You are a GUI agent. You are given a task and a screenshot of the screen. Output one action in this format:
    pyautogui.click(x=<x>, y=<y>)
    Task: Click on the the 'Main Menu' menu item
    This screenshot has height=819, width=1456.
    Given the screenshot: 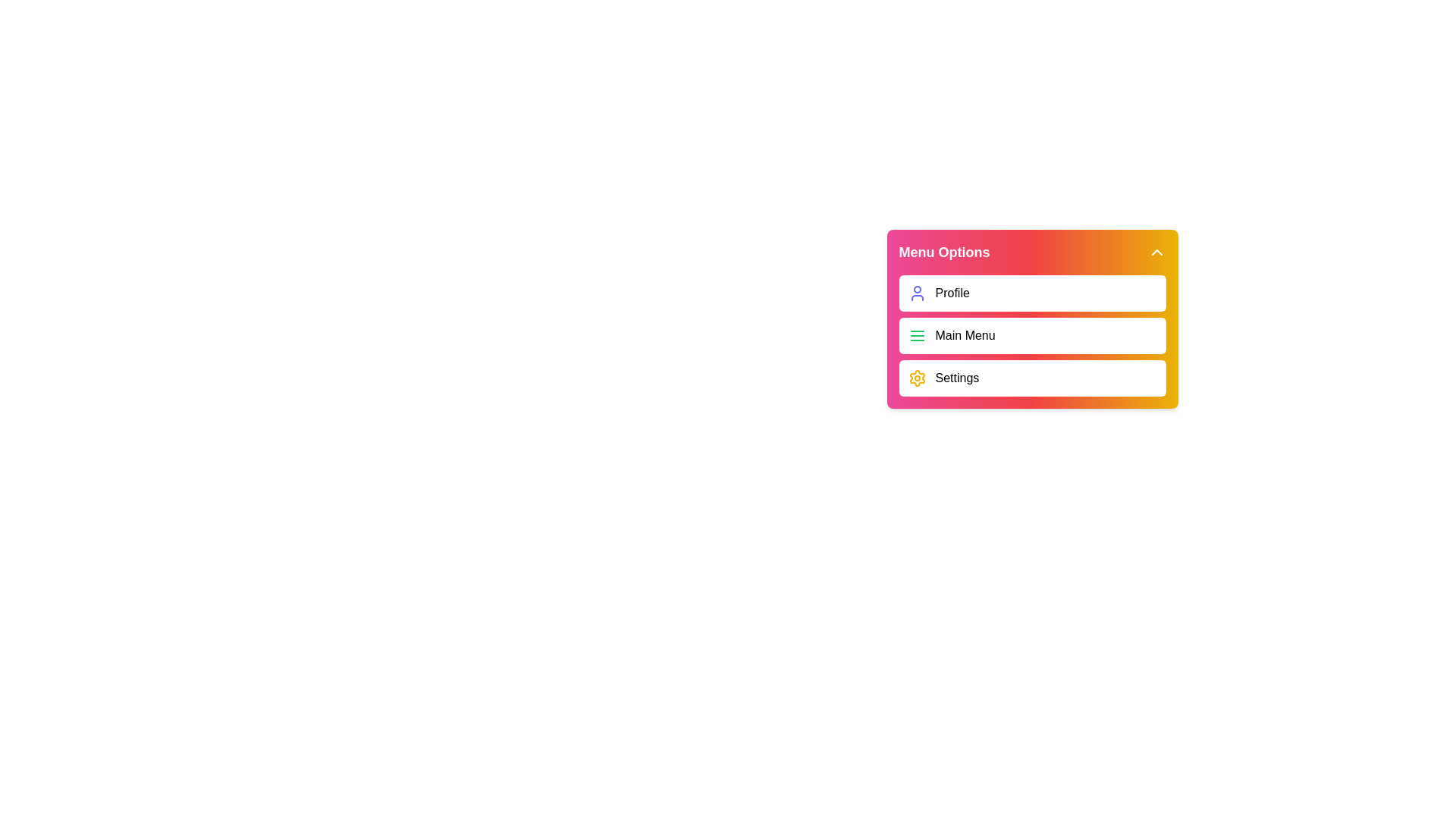 What is the action you would take?
    pyautogui.click(x=1031, y=335)
    